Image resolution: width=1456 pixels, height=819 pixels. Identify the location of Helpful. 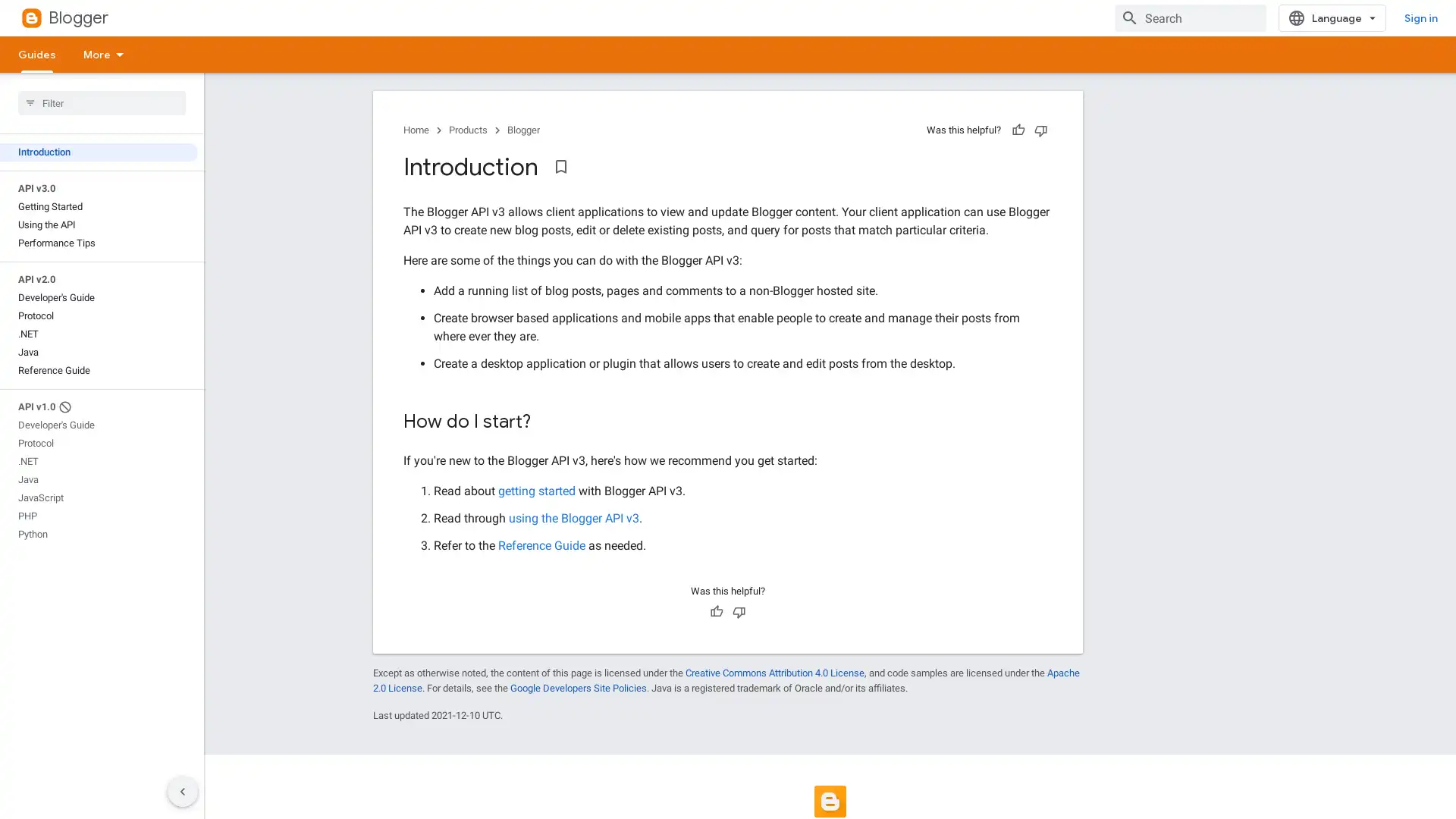
(716, 610).